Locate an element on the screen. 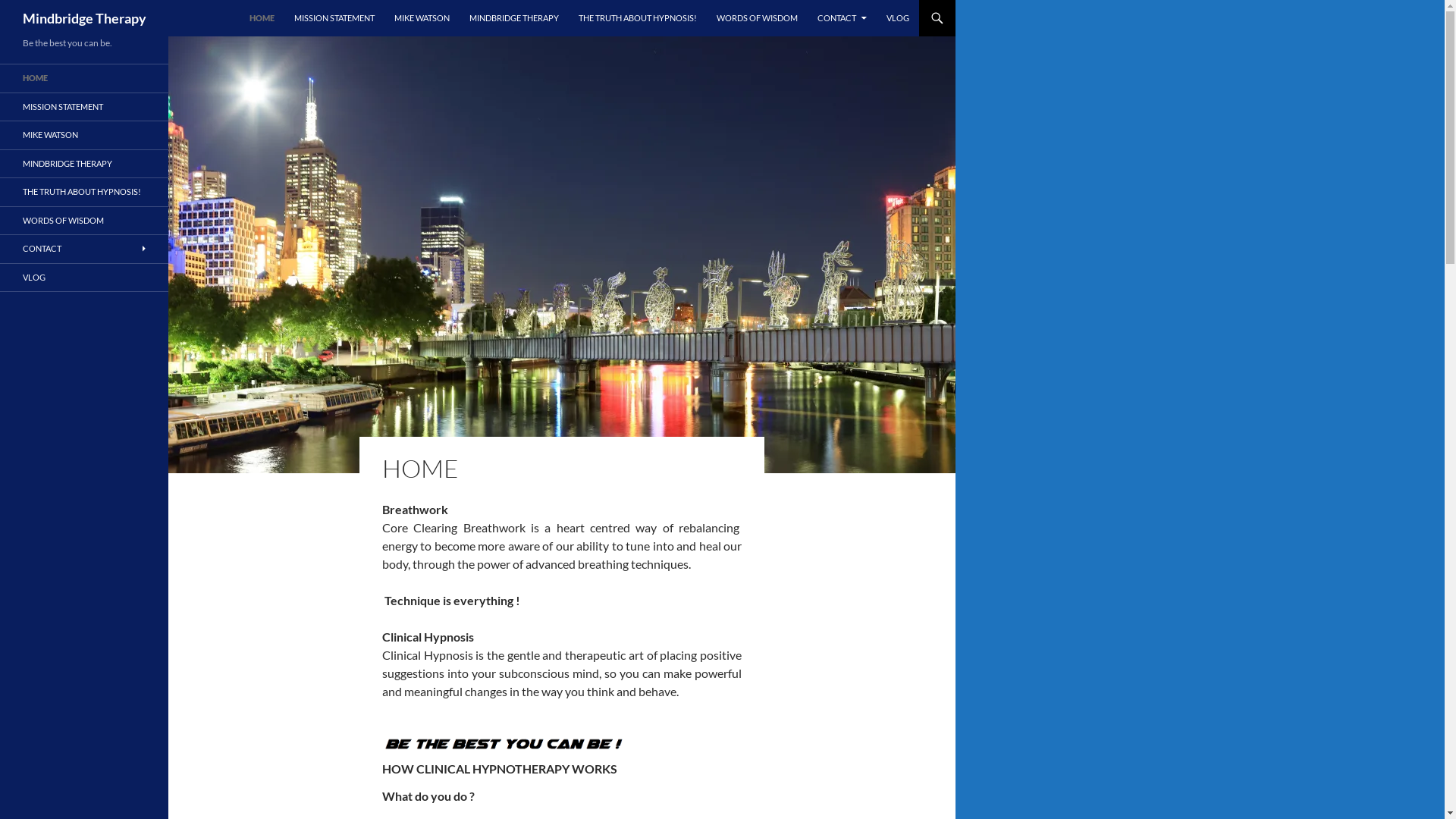 The width and height of the screenshot is (1456, 819). 'CONTACT' is located at coordinates (807, 17).